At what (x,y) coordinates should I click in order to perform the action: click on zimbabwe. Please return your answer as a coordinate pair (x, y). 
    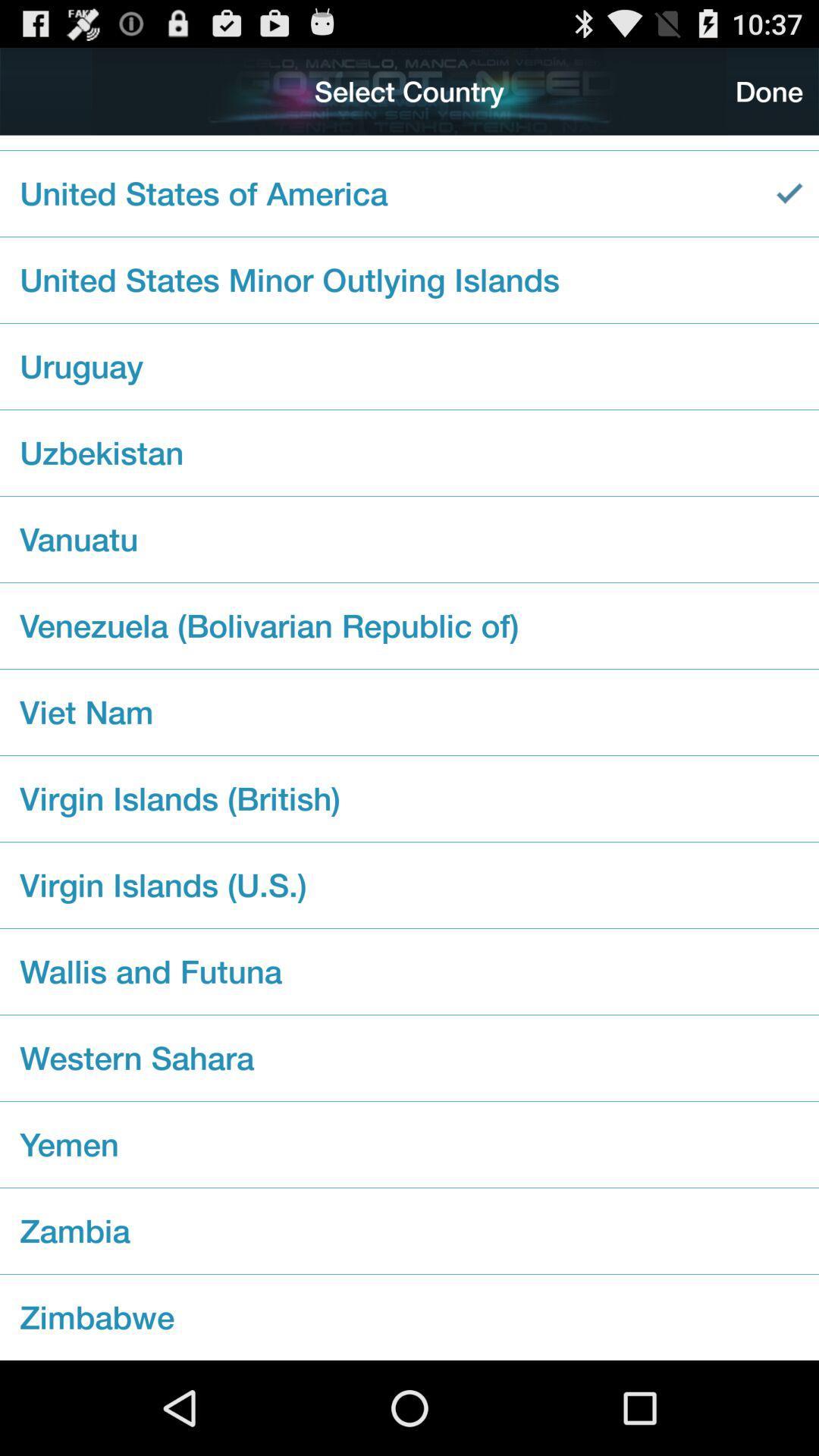
    Looking at the image, I should click on (409, 1316).